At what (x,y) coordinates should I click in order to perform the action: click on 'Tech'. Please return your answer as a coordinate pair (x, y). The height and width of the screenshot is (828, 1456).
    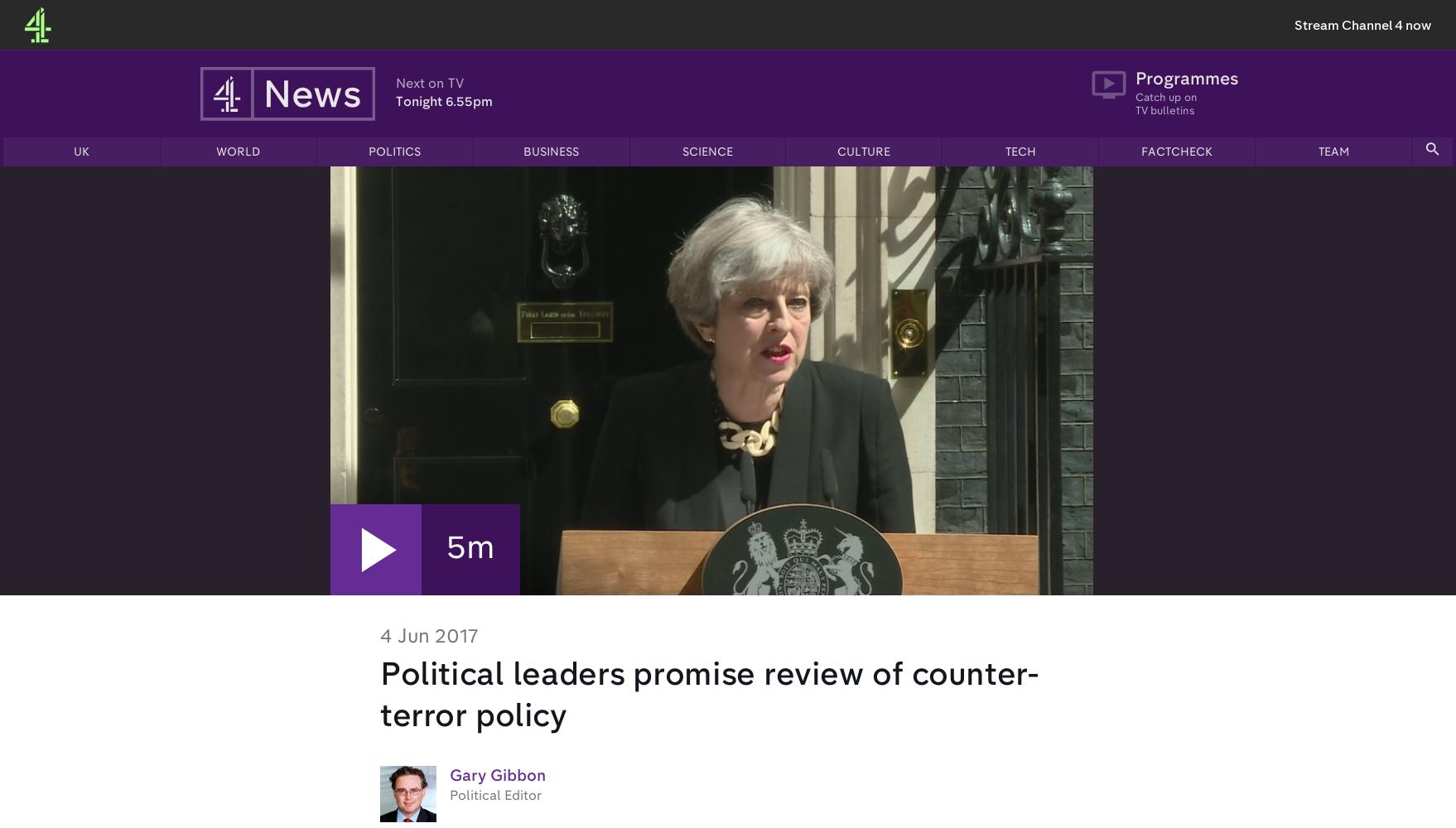
    Looking at the image, I should click on (1020, 152).